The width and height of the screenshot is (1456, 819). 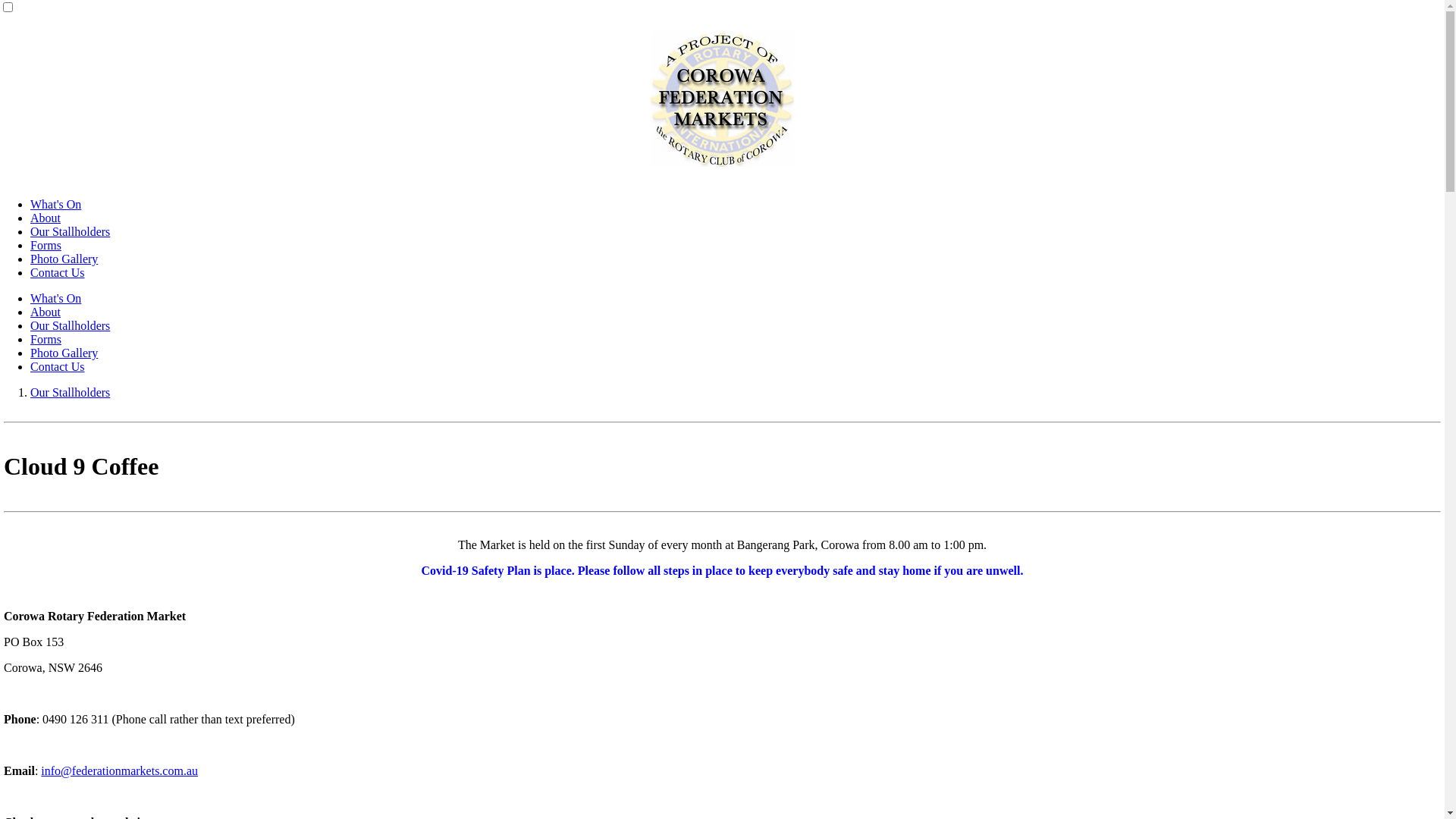 What do you see at coordinates (58, 271) in the screenshot?
I see `'Contact Us'` at bounding box center [58, 271].